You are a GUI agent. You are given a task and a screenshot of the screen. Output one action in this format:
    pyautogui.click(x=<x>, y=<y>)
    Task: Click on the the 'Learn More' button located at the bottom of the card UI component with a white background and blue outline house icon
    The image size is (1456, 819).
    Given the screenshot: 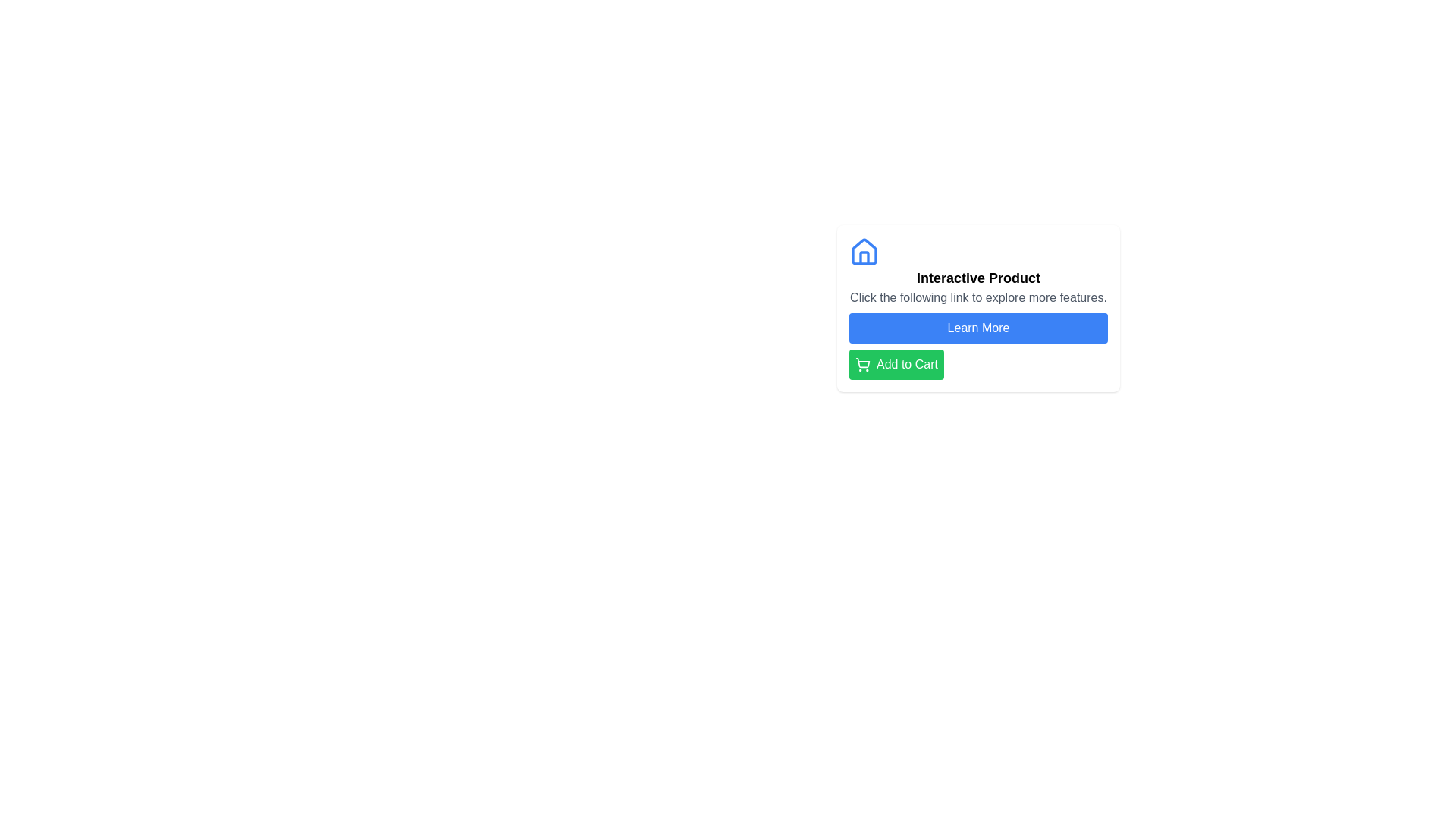 What is the action you would take?
    pyautogui.click(x=978, y=308)
    